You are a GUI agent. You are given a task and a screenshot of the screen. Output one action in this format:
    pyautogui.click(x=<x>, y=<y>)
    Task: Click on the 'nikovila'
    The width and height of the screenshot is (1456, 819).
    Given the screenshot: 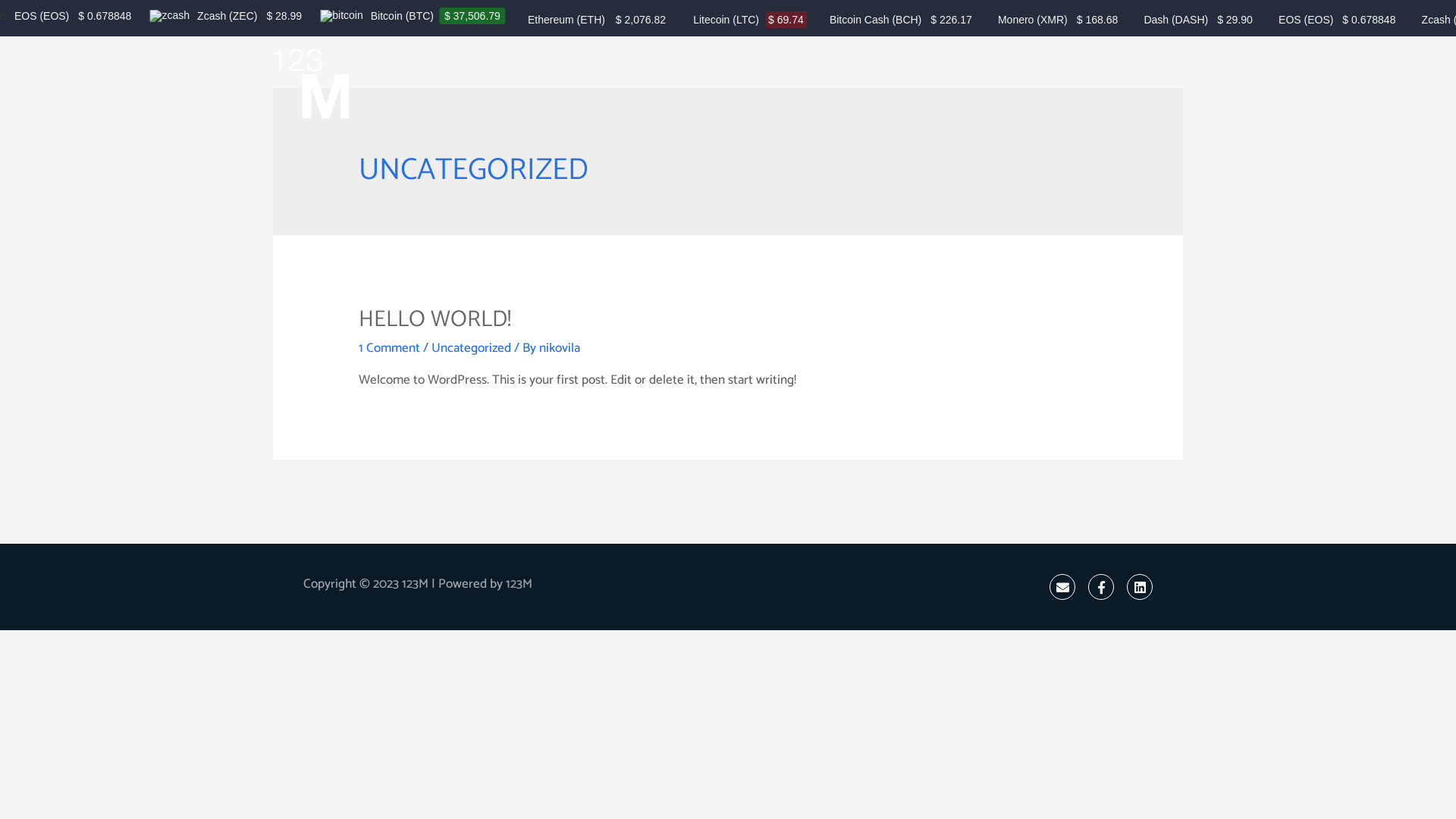 What is the action you would take?
    pyautogui.click(x=559, y=348)
    